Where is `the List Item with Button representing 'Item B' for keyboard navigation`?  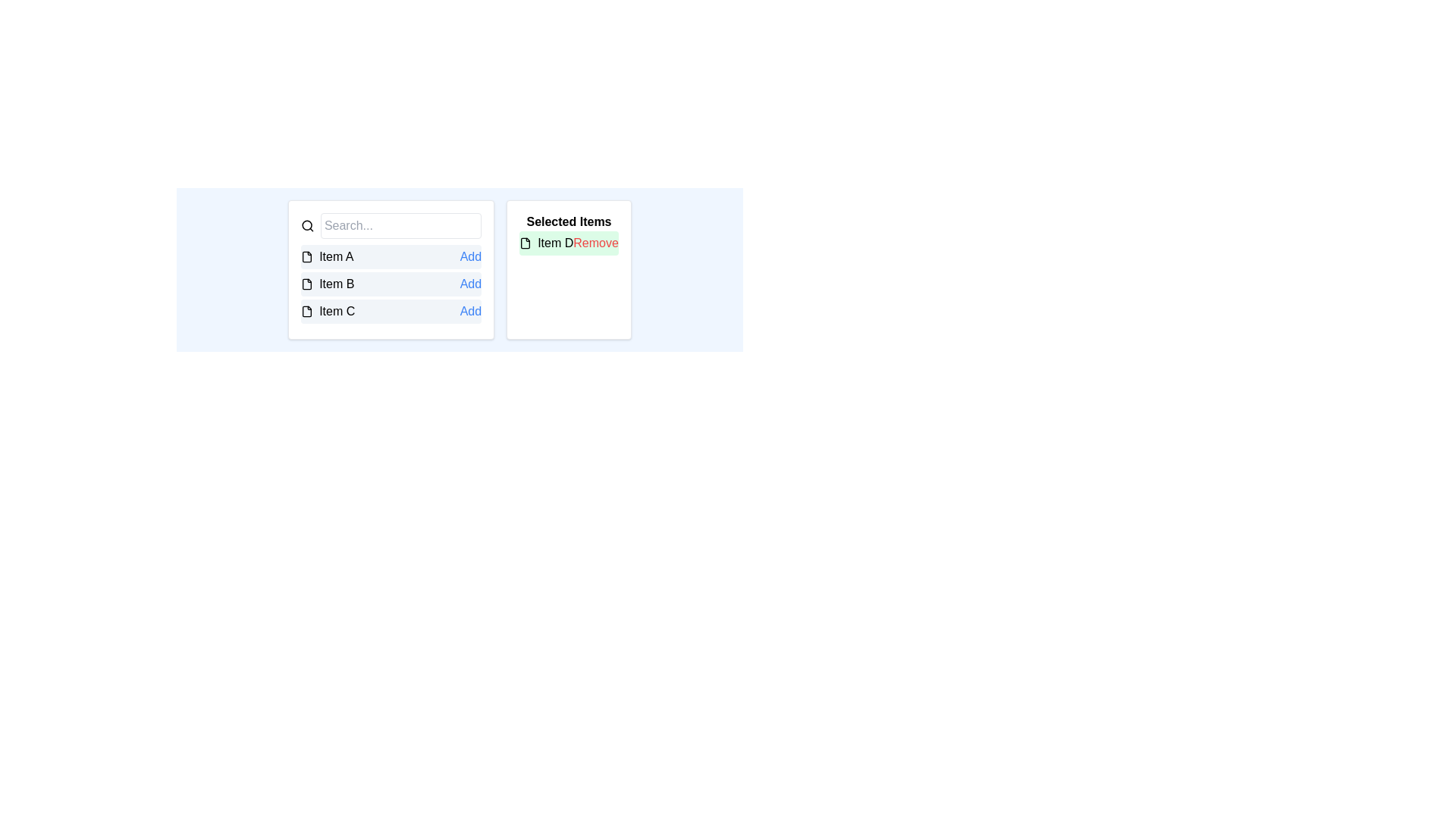 the List Item with Button representing 'Item B' for keyboard navigation is located at coordinates (391, 284).